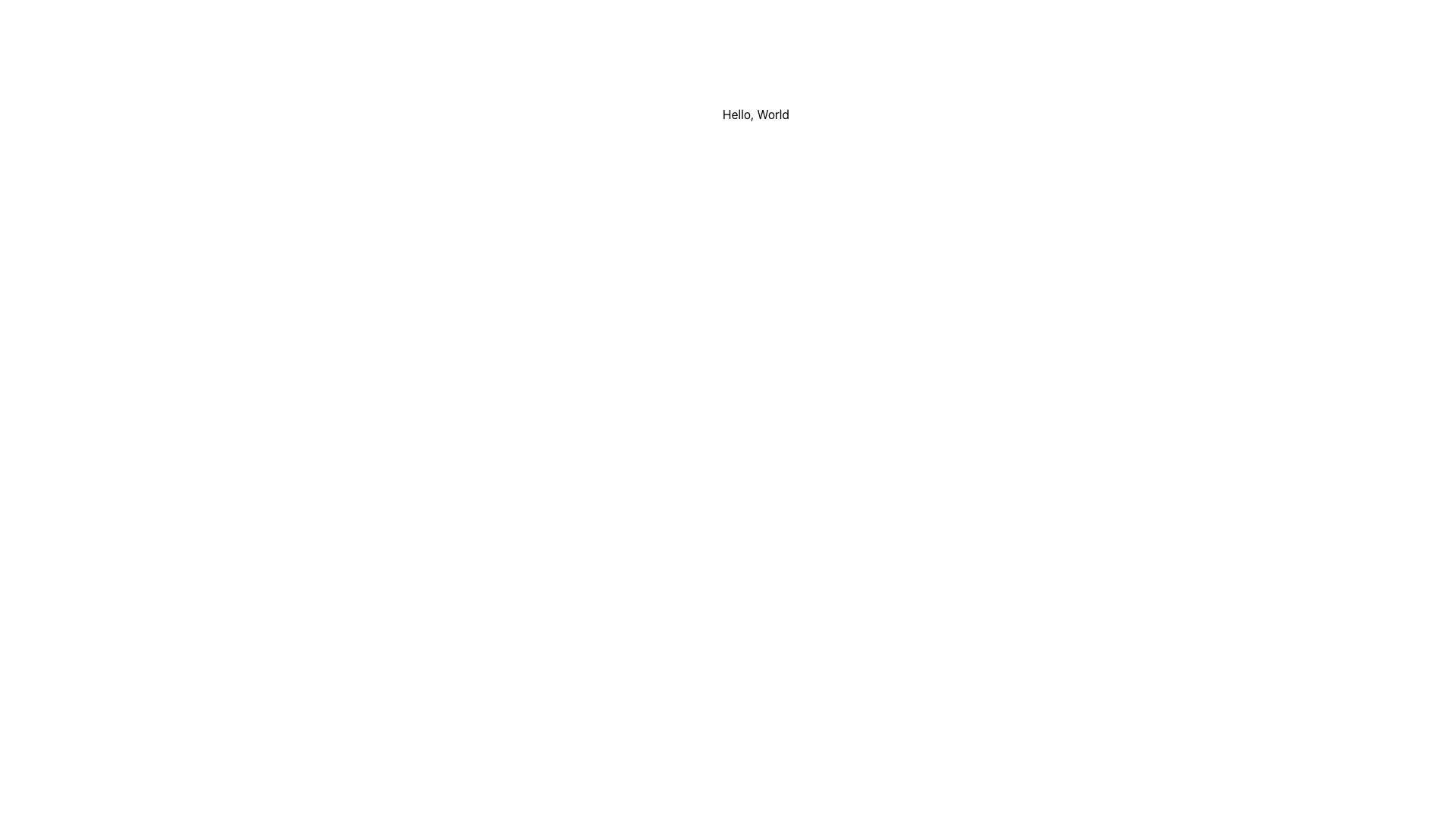  I want to click on the static text displaying 'Hello, World', which is styled in a minimalistic manner with a black font on a white background, so click(756, 113).